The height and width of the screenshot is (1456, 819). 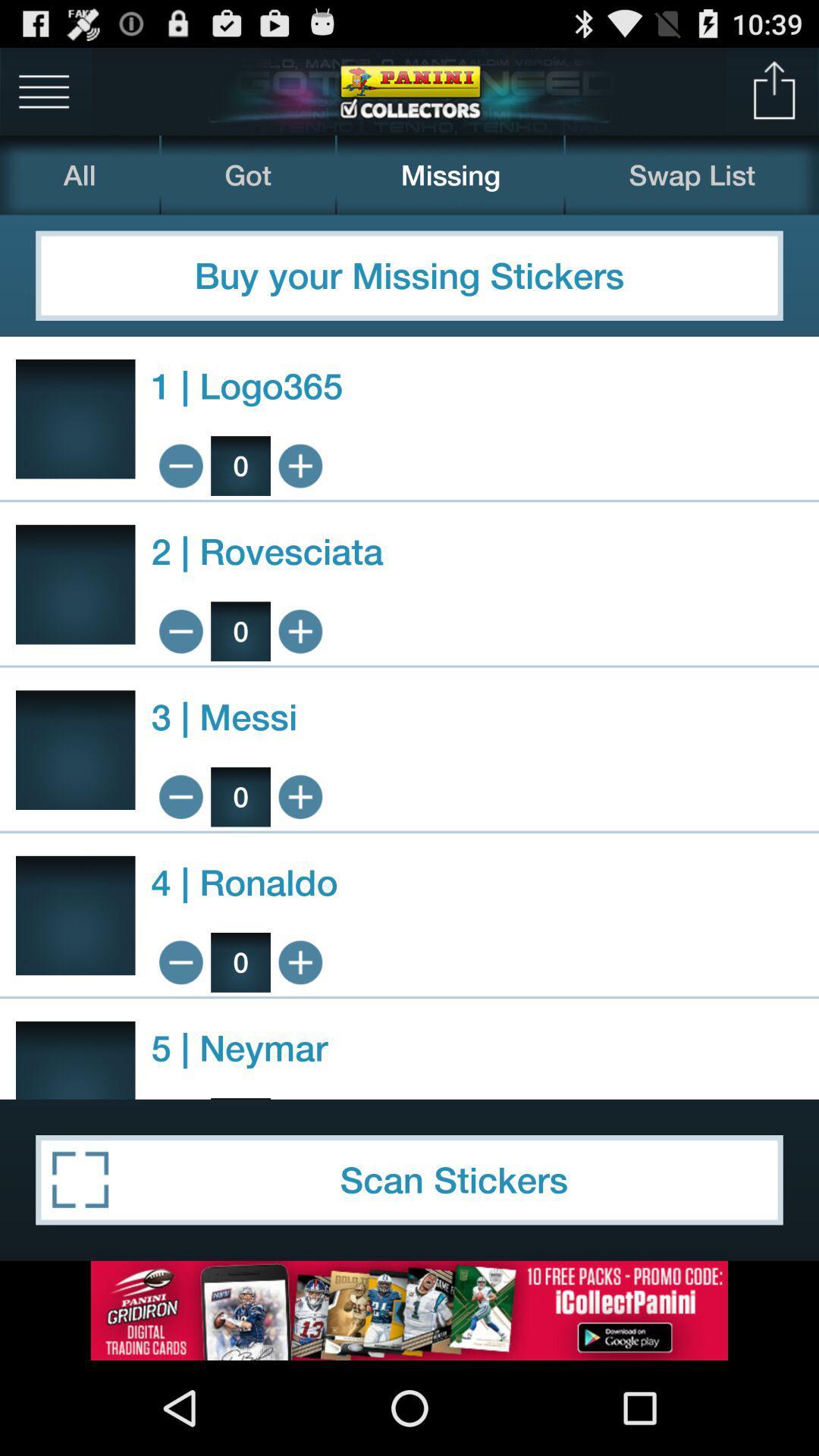 What do you see at coordinates (774, 90) in the screenshot?
I see `share` at bounding box center [774, 90].